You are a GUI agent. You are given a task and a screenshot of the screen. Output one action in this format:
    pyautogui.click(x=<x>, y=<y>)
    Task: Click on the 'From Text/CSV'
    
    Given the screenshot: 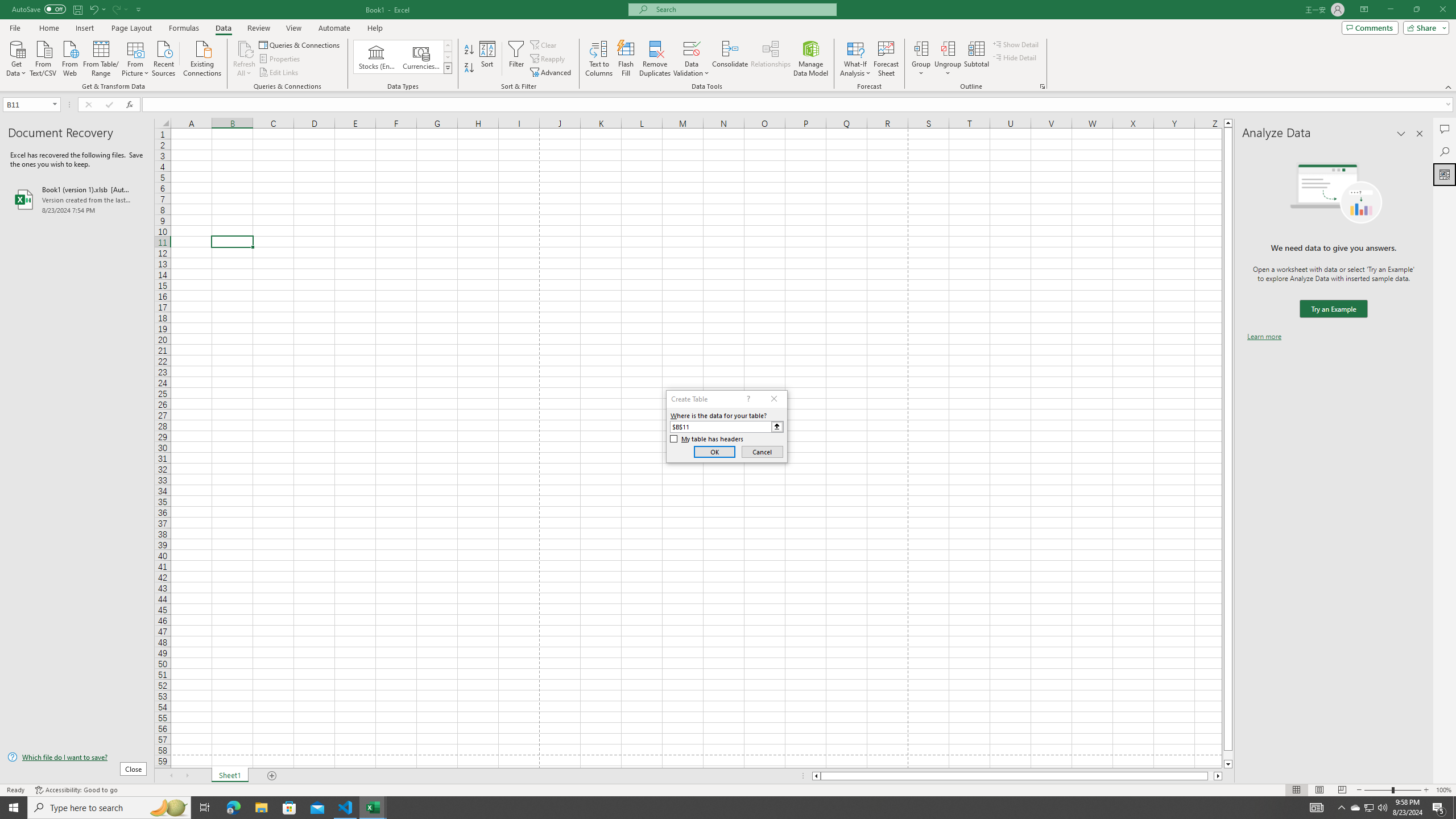 What is the action you would take?
    pyautogui.click(x=43, y=57)
    